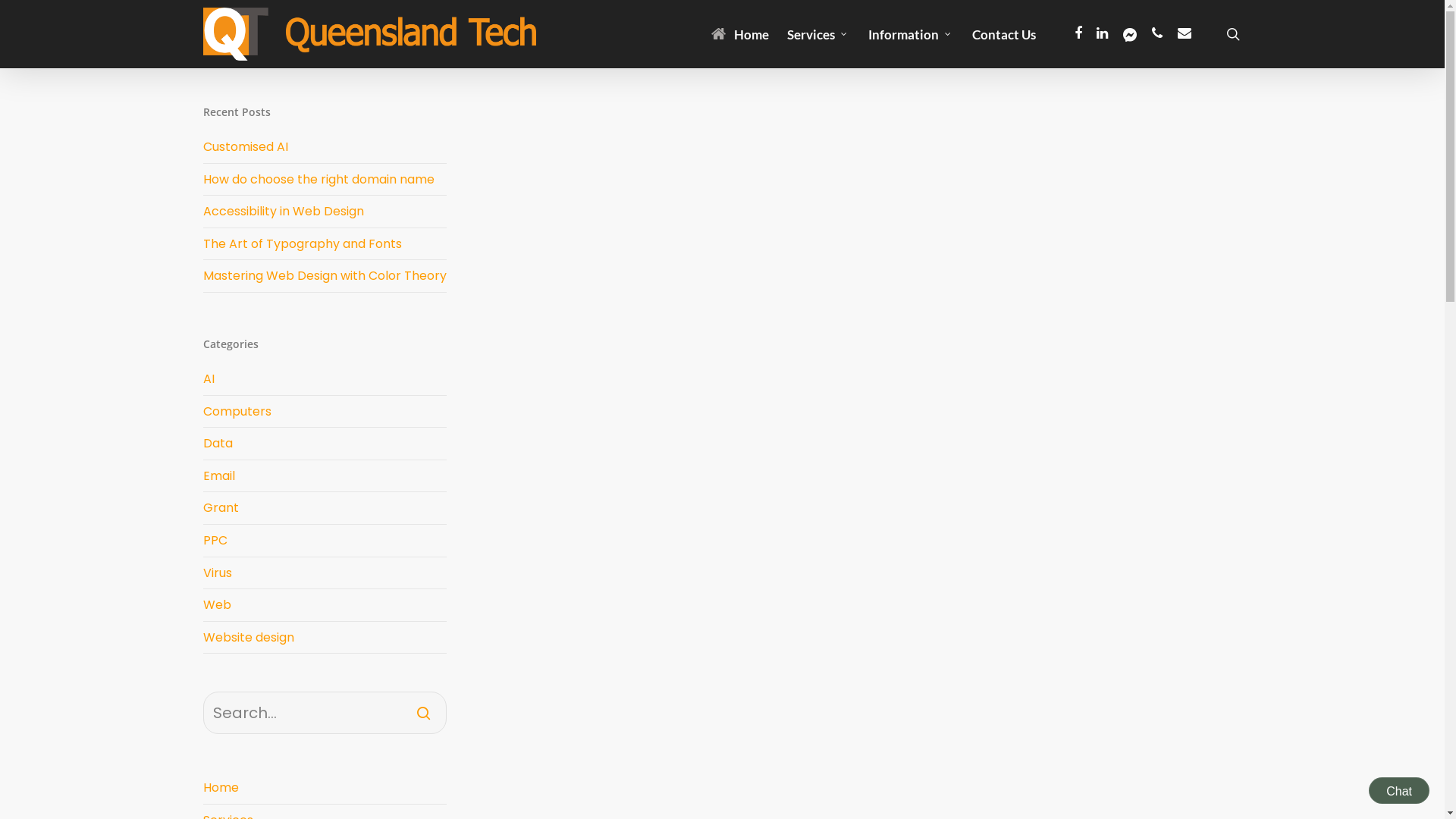  What do you see at coordinates (324, 713) in the screenshot?
I see `'Search for:'` at bounding box center [324, 713].